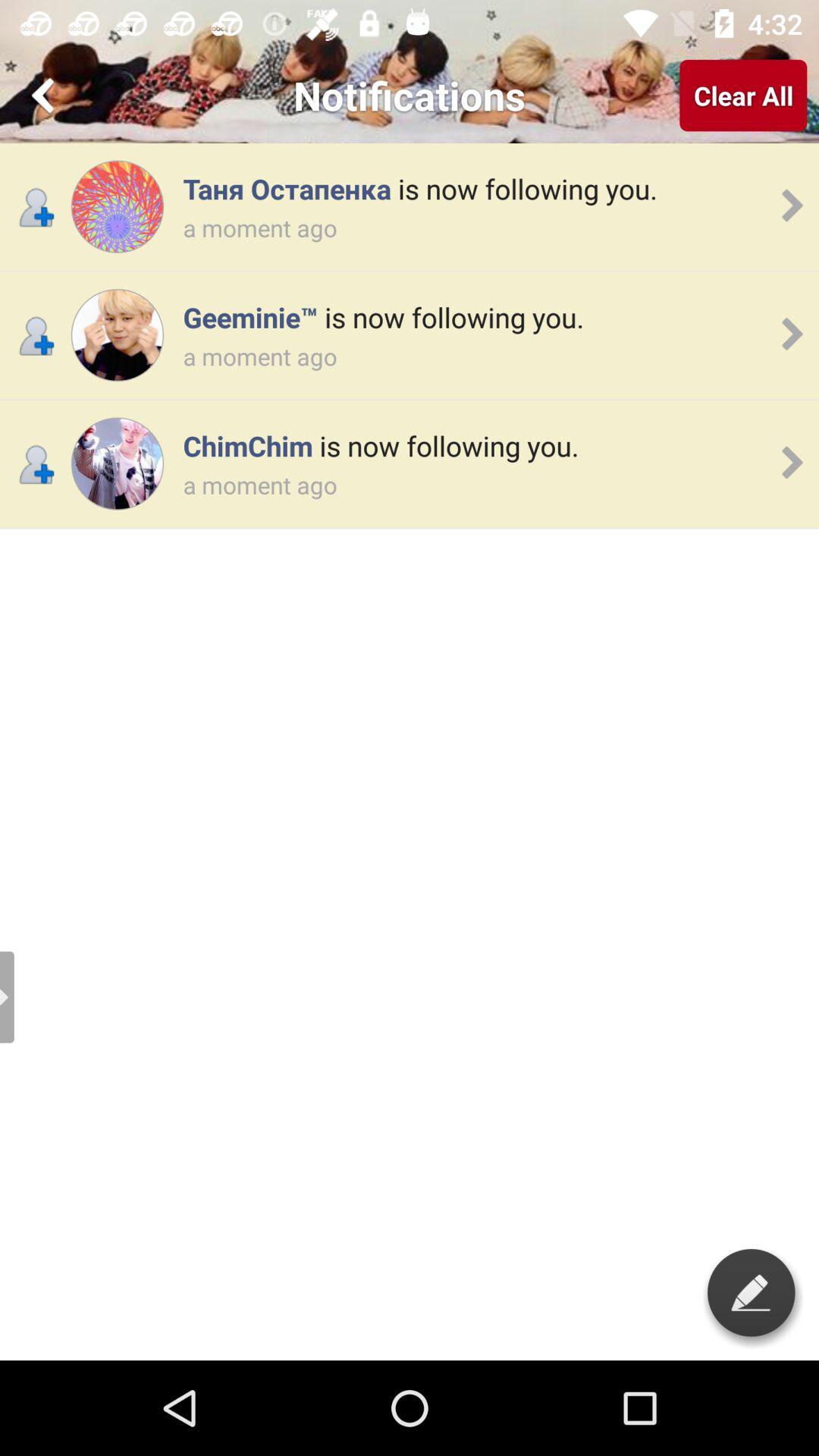  I want to click on see profile, so click(116, 463).